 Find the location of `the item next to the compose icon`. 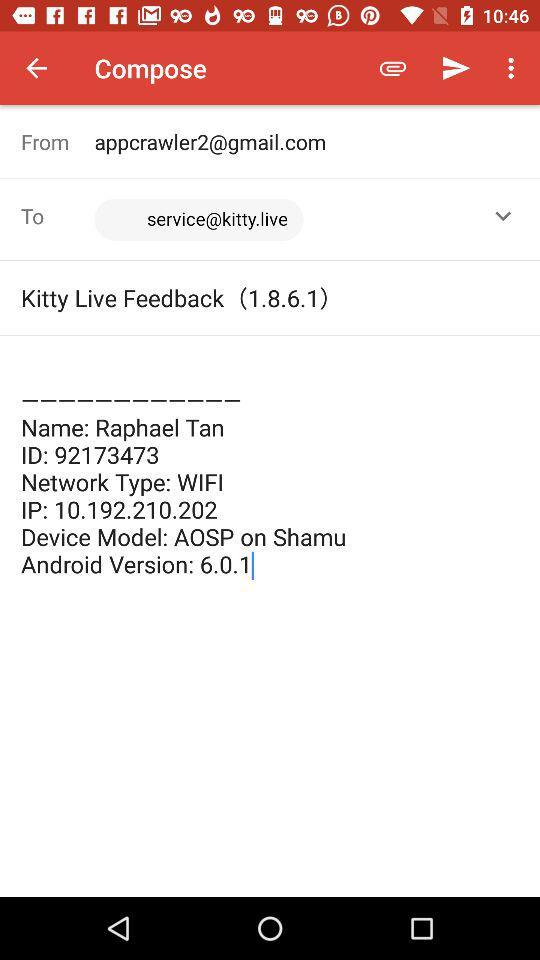

the item next to the compose icon is located at coordinates (393, 68).